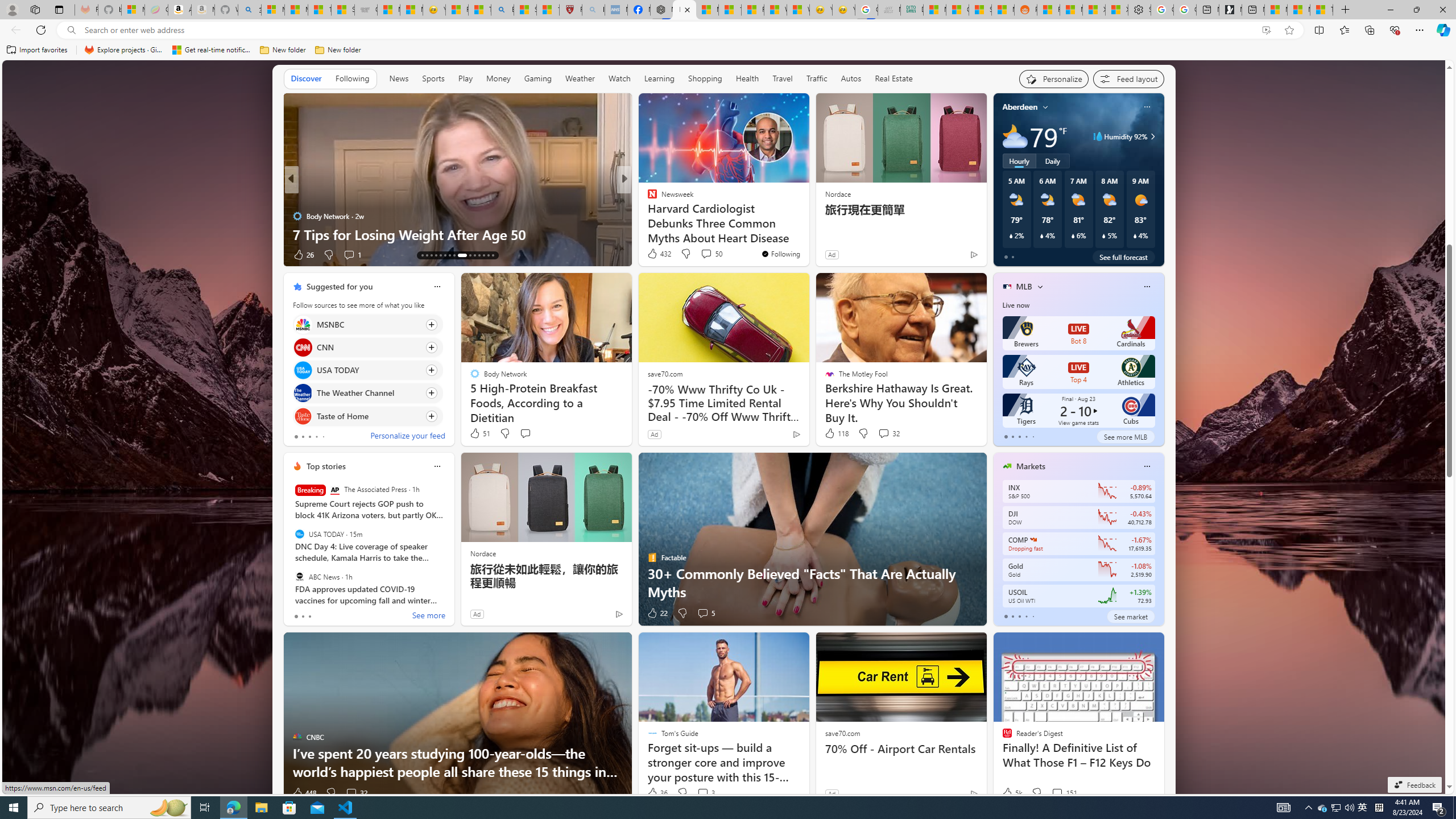  What do you see at coordinates (1015, 135) in the screenshot?
I see `'Mostly cloudy'` at bounding box center [1015, 135].